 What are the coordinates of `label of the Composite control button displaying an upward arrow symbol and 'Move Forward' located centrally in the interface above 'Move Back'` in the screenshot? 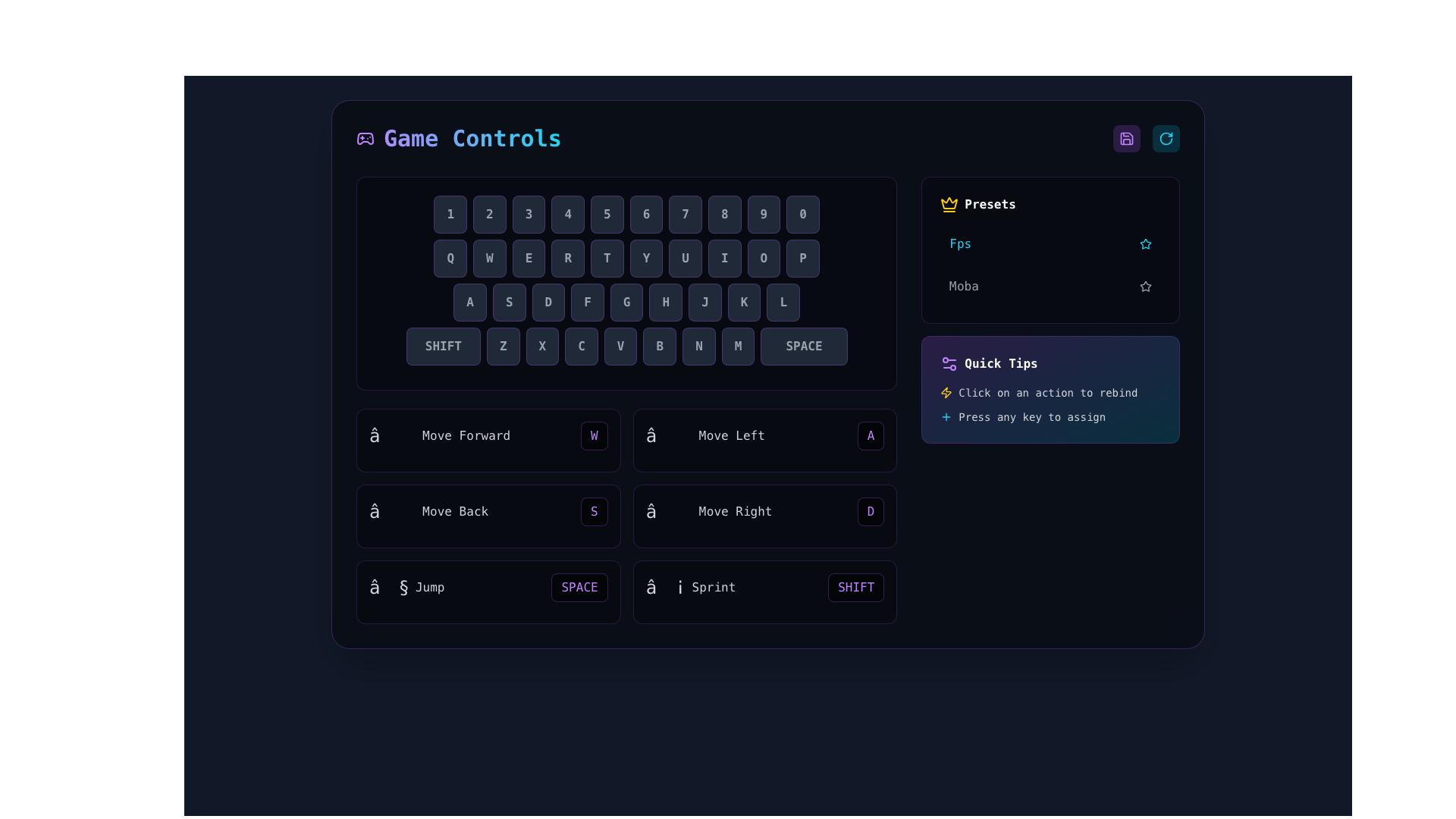 It's located at (488, 435).